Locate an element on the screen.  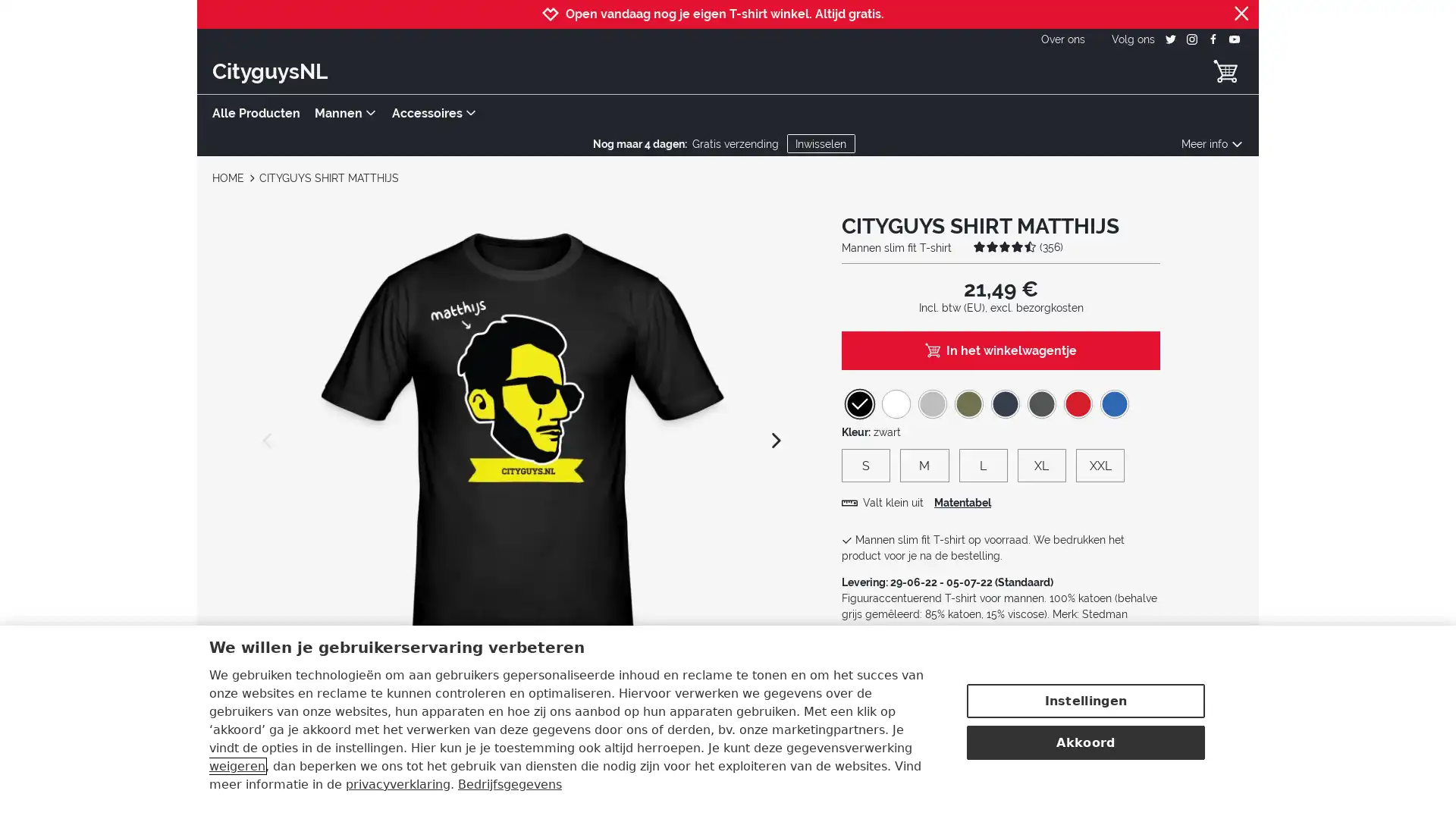
CITYGUYS SHIRT MATTHIJS view 3 is located at coordinates (519, 721).